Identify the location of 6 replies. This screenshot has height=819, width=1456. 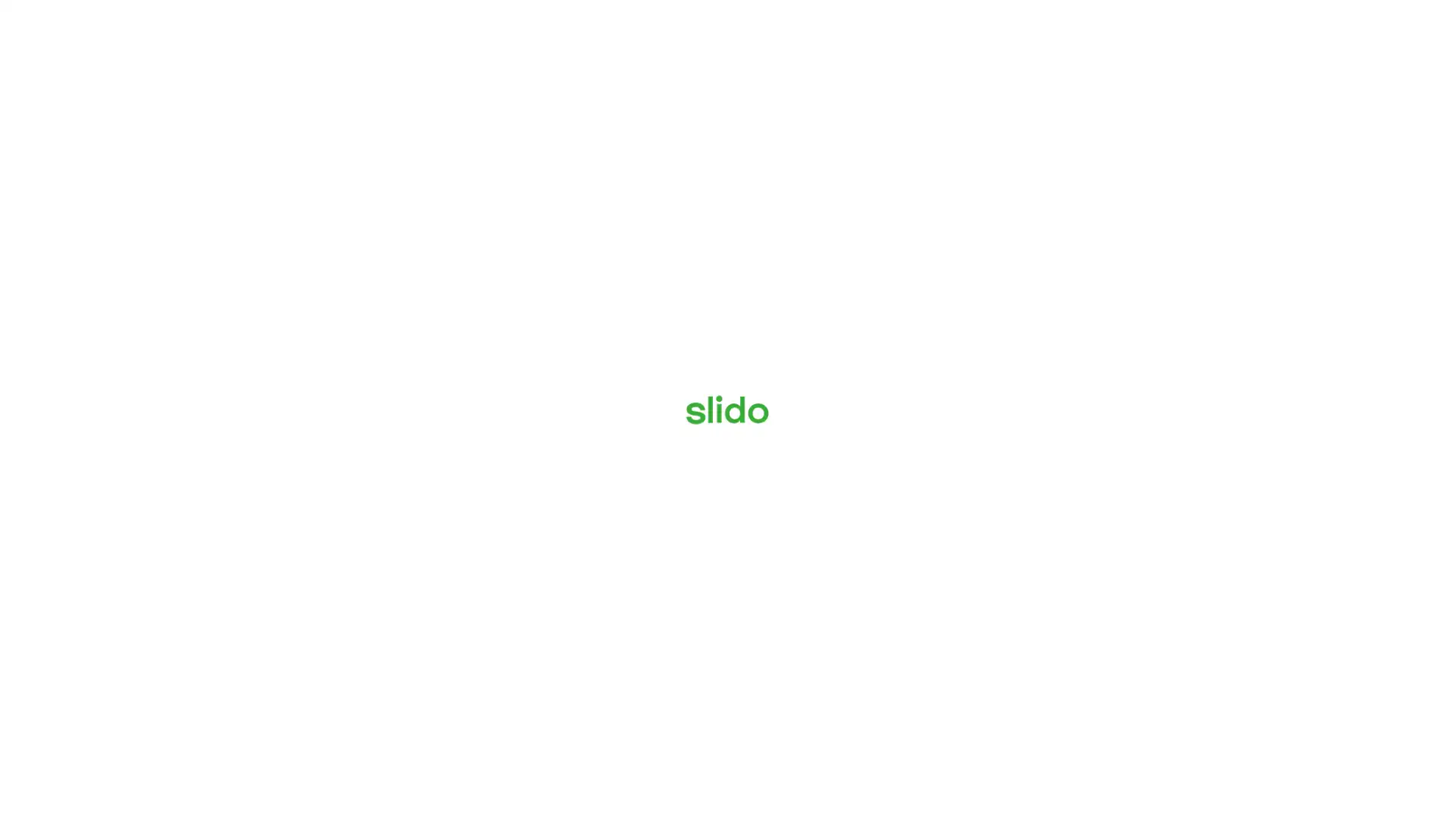
(1128, 627).